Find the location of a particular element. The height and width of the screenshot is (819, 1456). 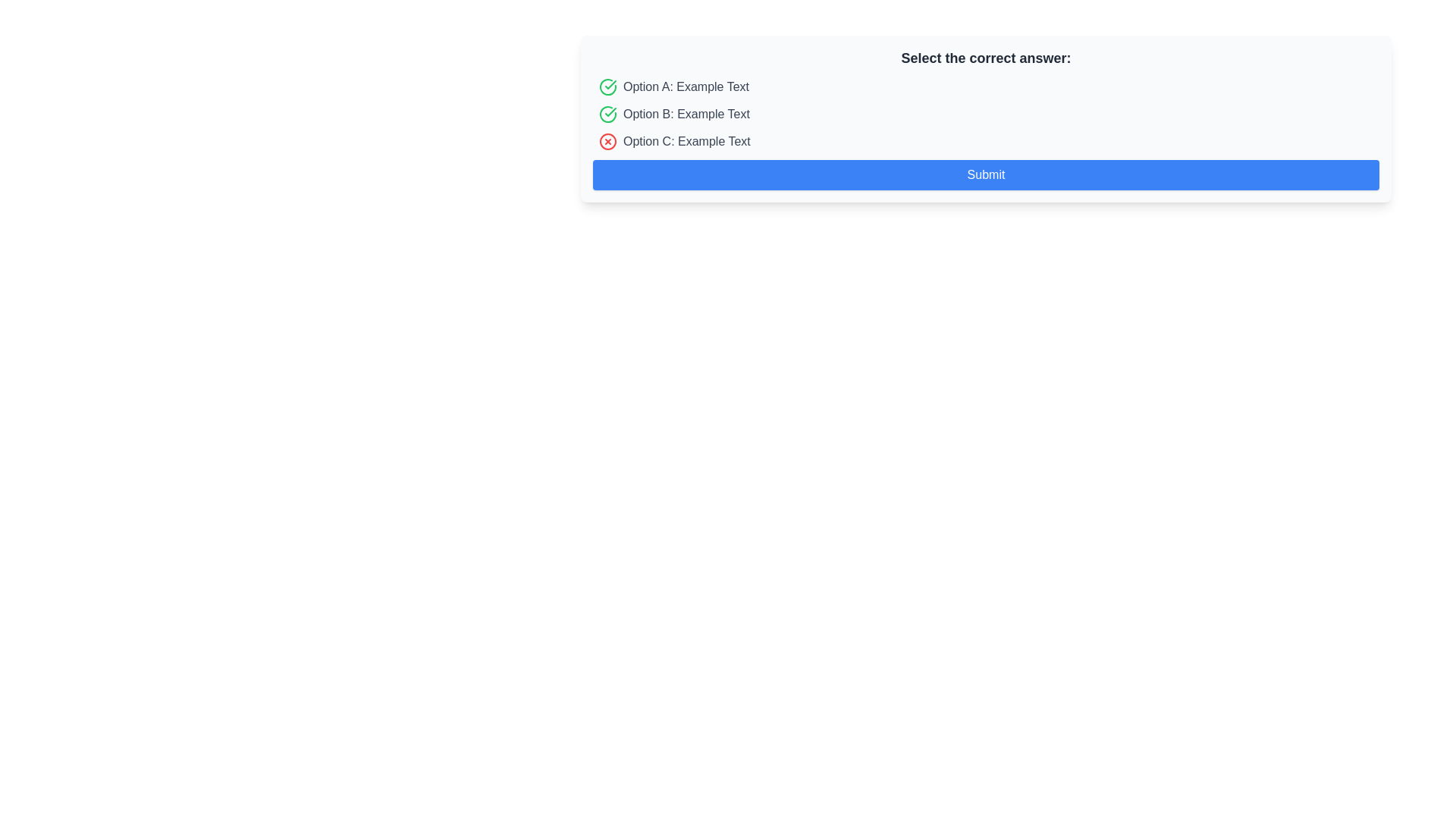

instruction displayed in the text label that says 'Select the correct answer:', which is bold and visually emphasized as a header above the quiz options is located at coordinates (986, 58).